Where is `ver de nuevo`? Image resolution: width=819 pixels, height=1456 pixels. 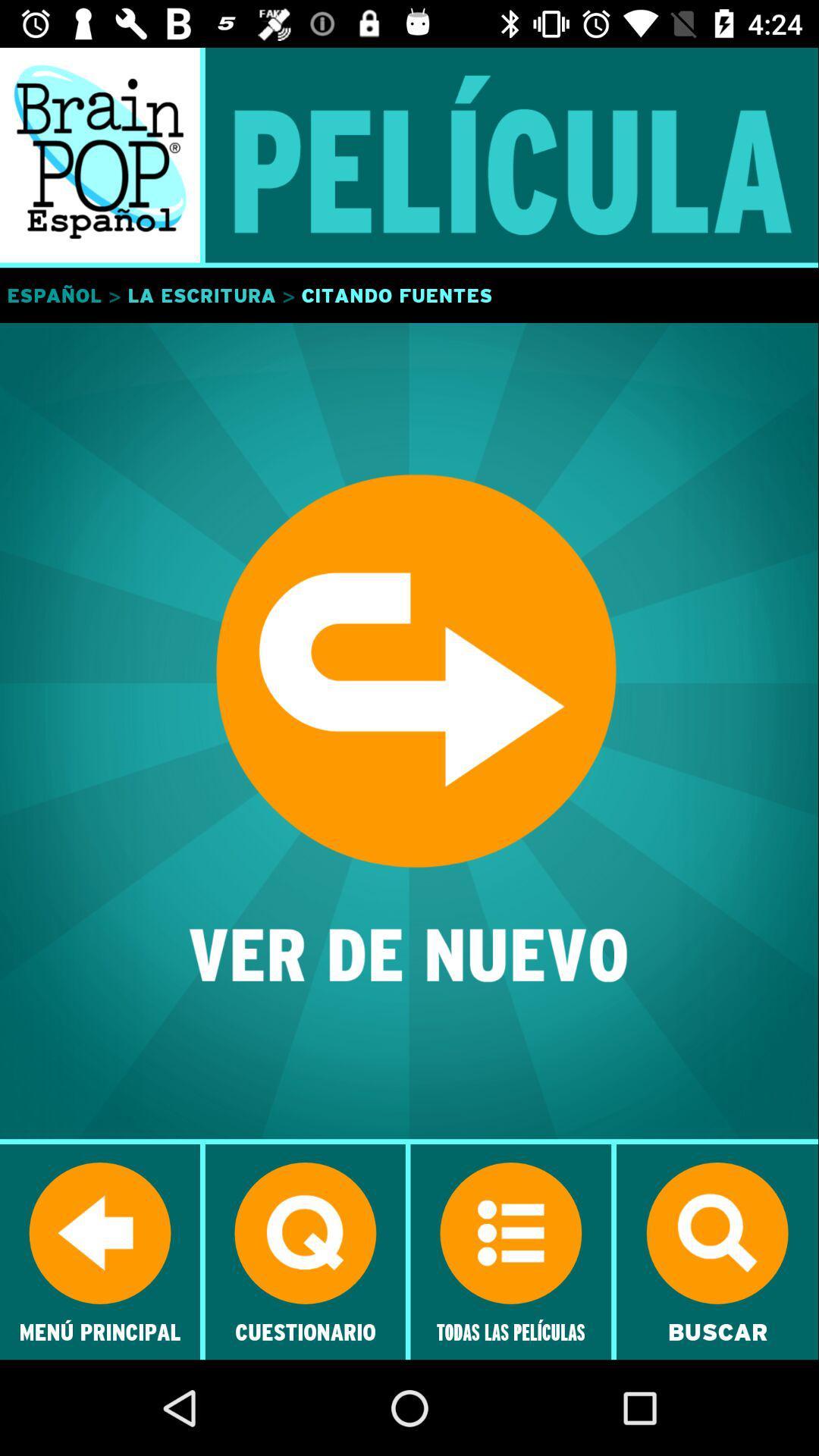
ver de nuevo is located at coordinates (409, 732).